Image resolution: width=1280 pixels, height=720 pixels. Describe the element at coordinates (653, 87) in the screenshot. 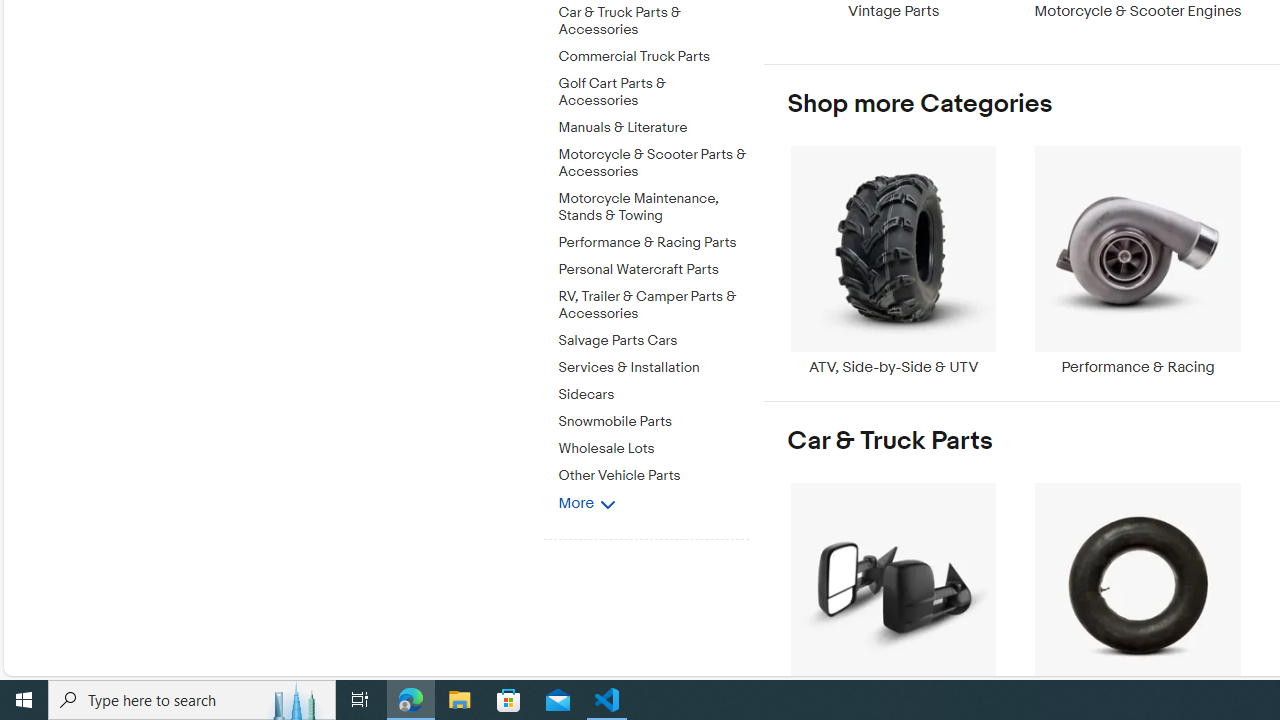

I see `'Golf Cart Parts & Accessories'` at that location.